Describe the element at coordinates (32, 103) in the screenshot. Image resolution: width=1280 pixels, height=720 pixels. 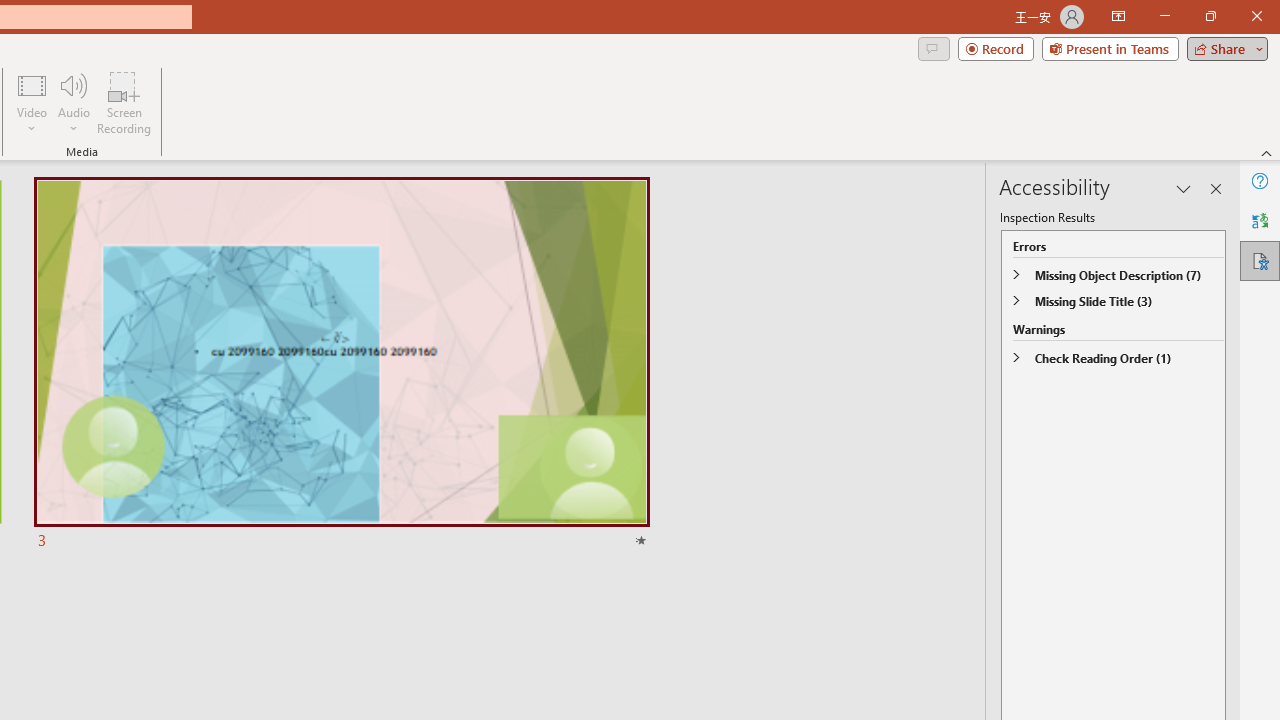
I see `'Video'` at that location.